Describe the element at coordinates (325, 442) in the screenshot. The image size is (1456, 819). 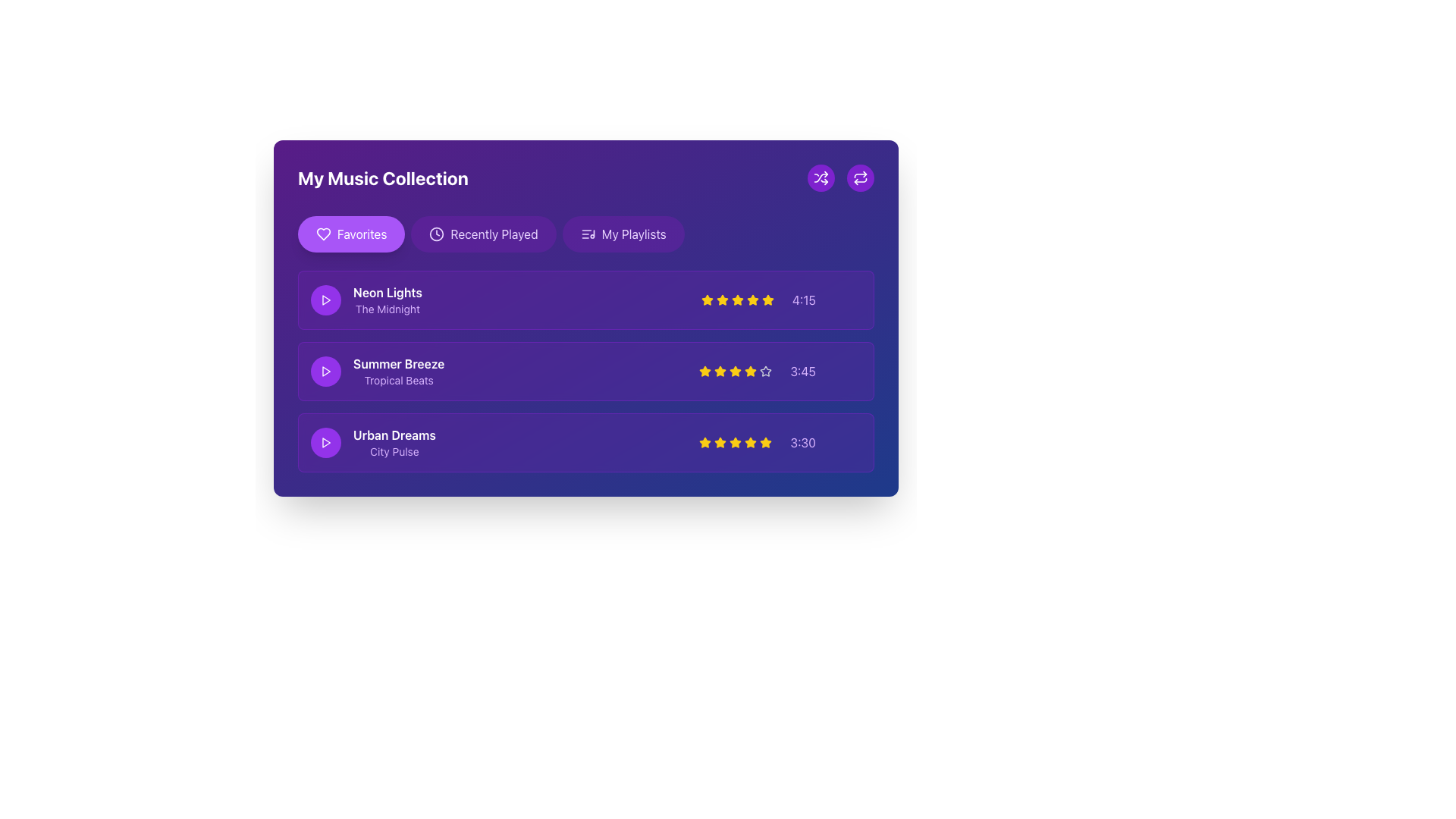
I see `the circular purple button with a white play icon located to the left of the text 'Urban Dreams' in the playlist to play the associated track` at that location.